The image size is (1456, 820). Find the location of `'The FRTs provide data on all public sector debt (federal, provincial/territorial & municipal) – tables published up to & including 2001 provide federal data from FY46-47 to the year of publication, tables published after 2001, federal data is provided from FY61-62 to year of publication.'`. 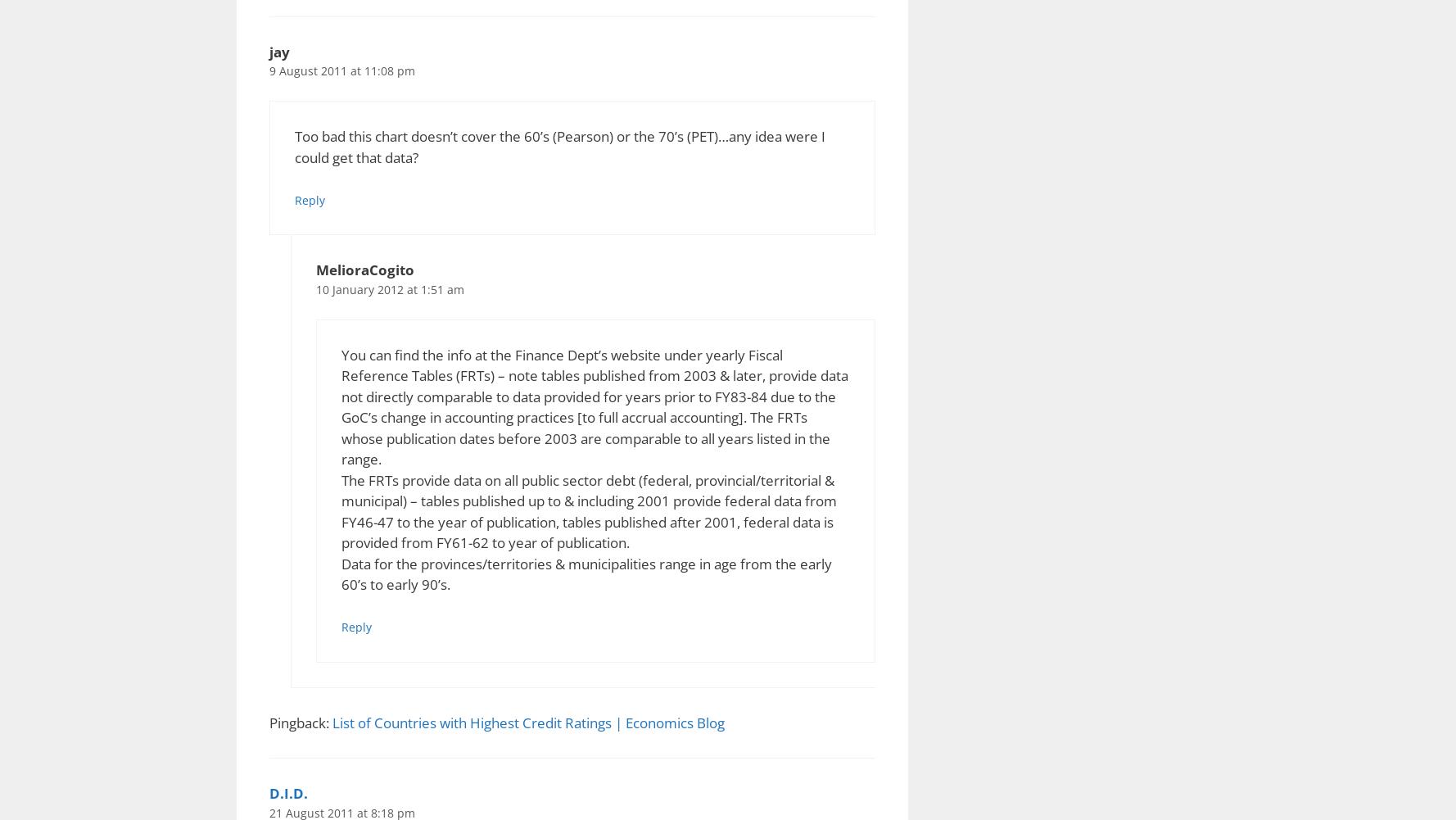

'The FRTs provide data on all public sector debt (federal, provincial/territorial & municipal) – tables published up to & including 2001 provide federal data from FY46-47 to the year of publication, tables published after 2001, federal data is provided from FY61-62 to year of publication.' is located at coordinates (587, 511).